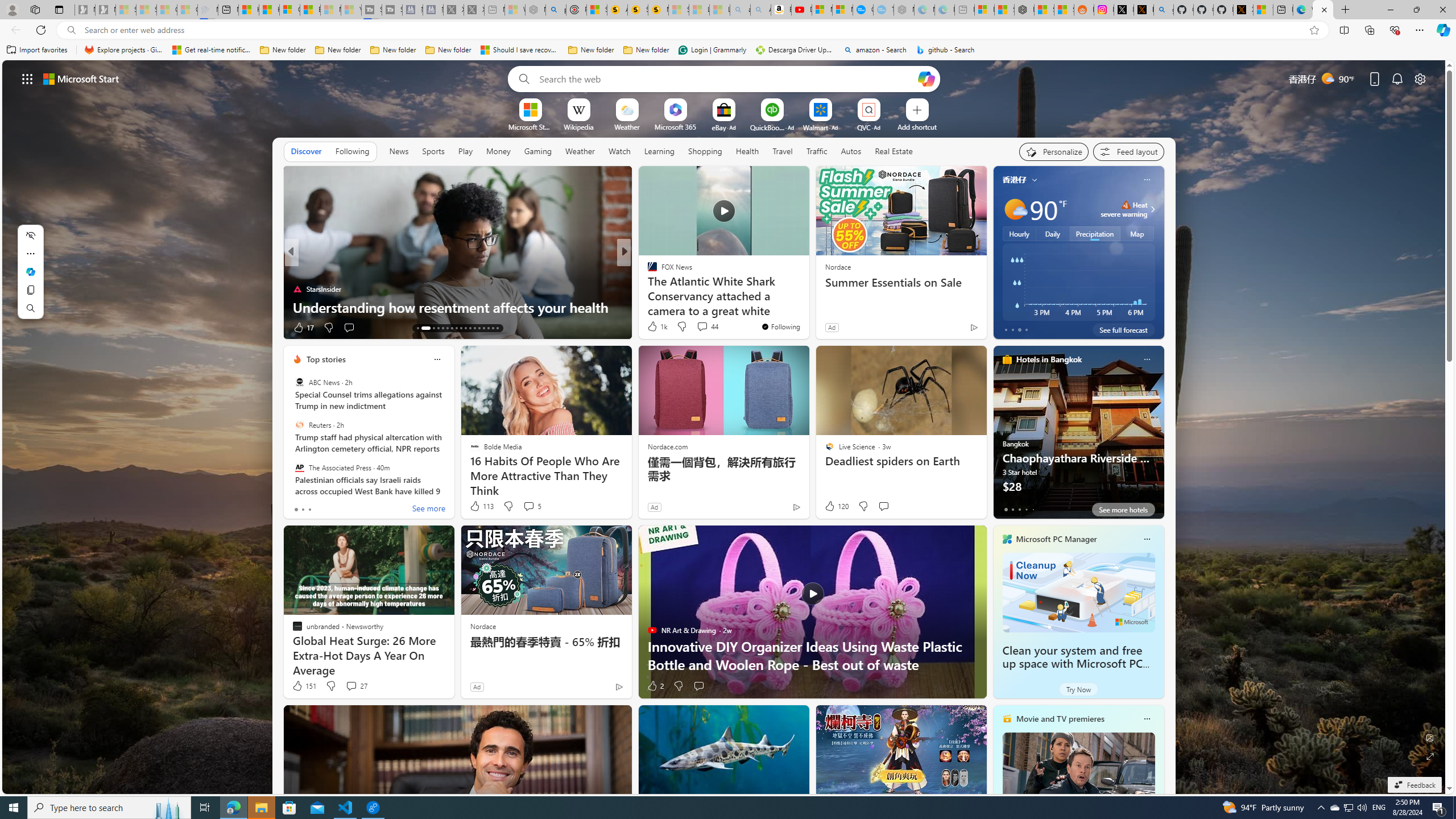 The image size is (1456, 819). I want to click on 'Tribune News Service', so click(647, 270).